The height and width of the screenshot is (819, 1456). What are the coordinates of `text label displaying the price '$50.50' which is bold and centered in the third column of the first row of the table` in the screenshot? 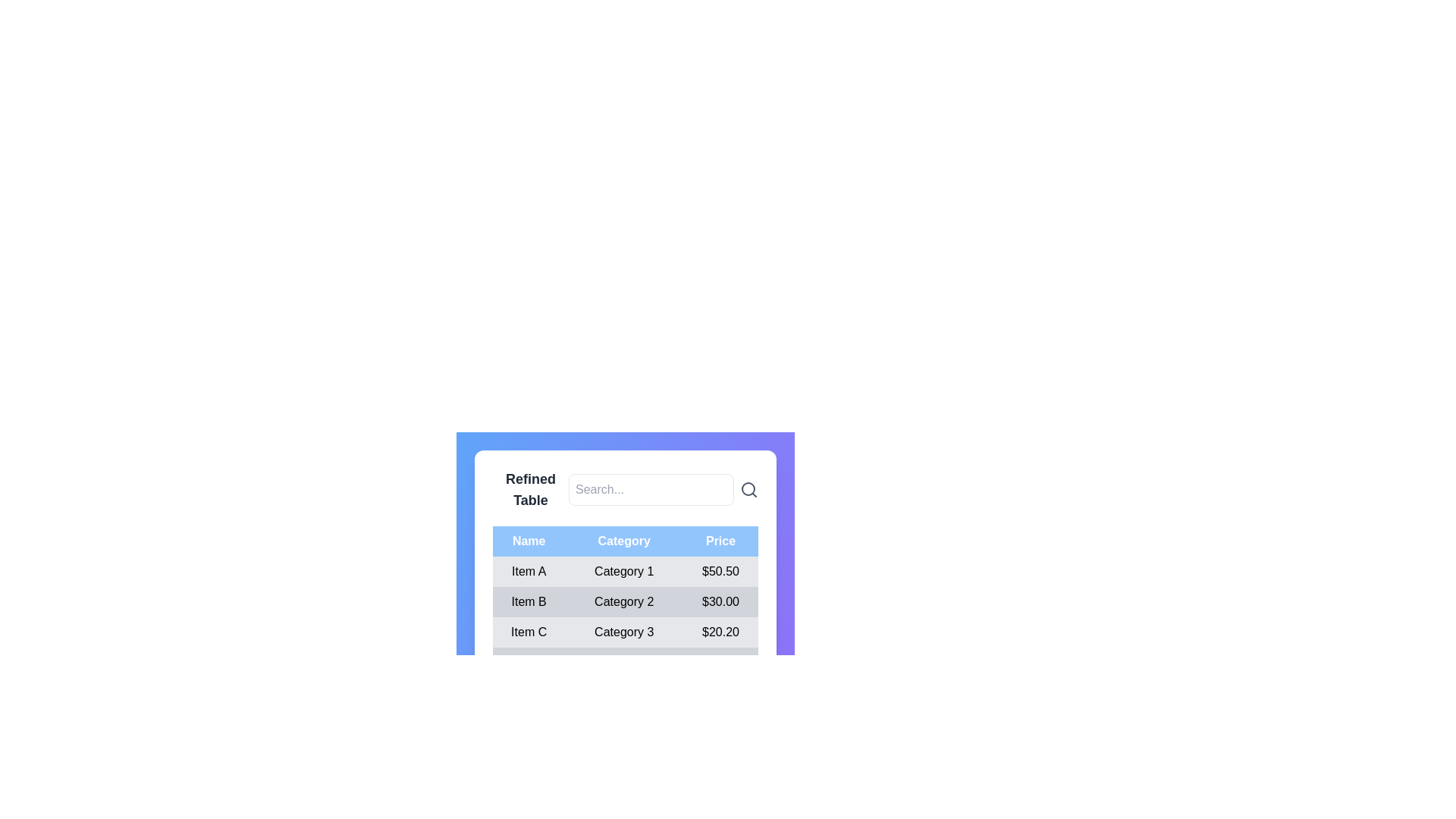 It's located at (720, 571).